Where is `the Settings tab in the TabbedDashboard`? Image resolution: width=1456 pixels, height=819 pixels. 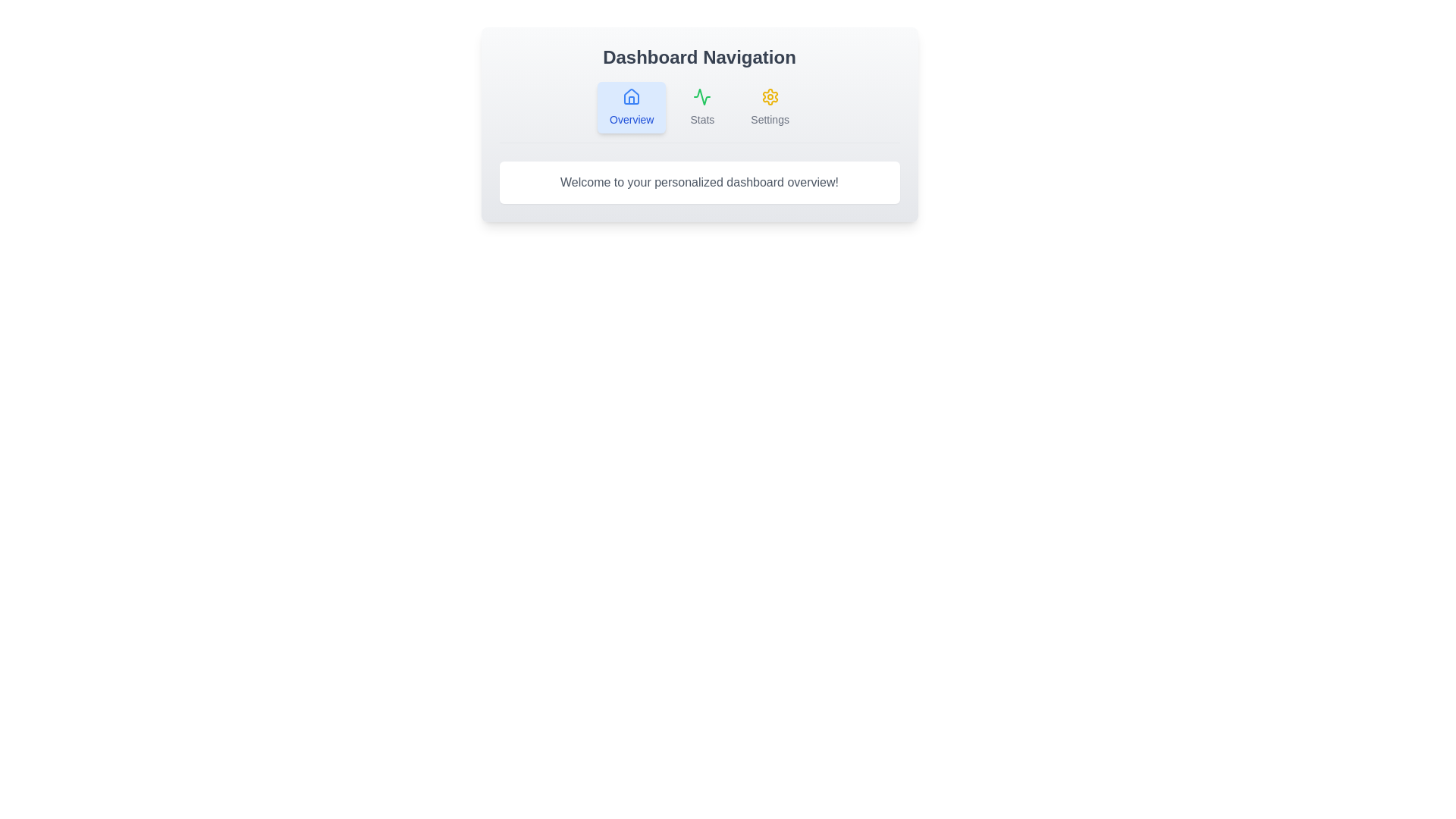 the Settings tab in the TabbedDashboard is located at coordinates (770, 107).